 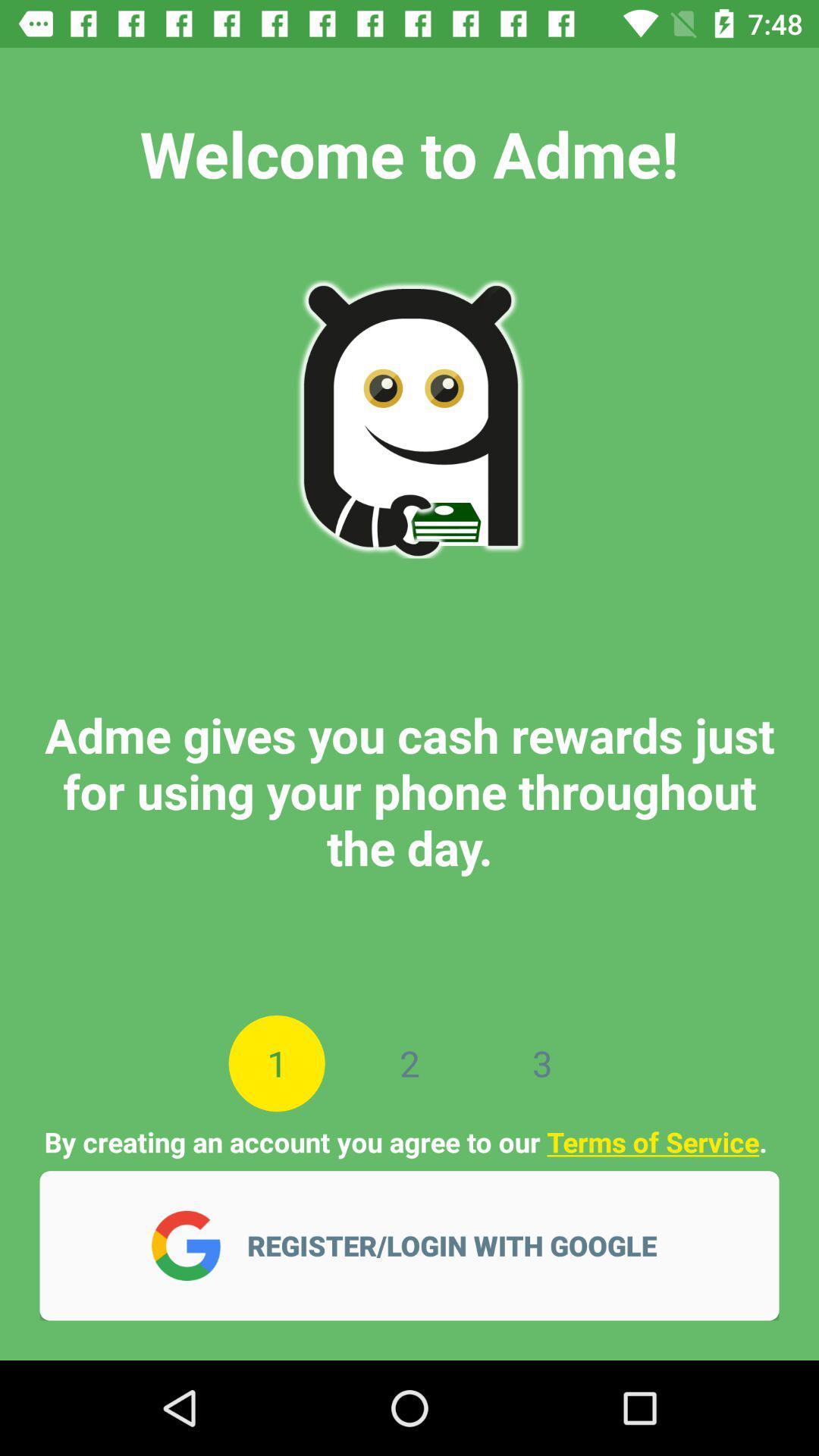 I want to click on 3 app, so click(x=541, y=1062).